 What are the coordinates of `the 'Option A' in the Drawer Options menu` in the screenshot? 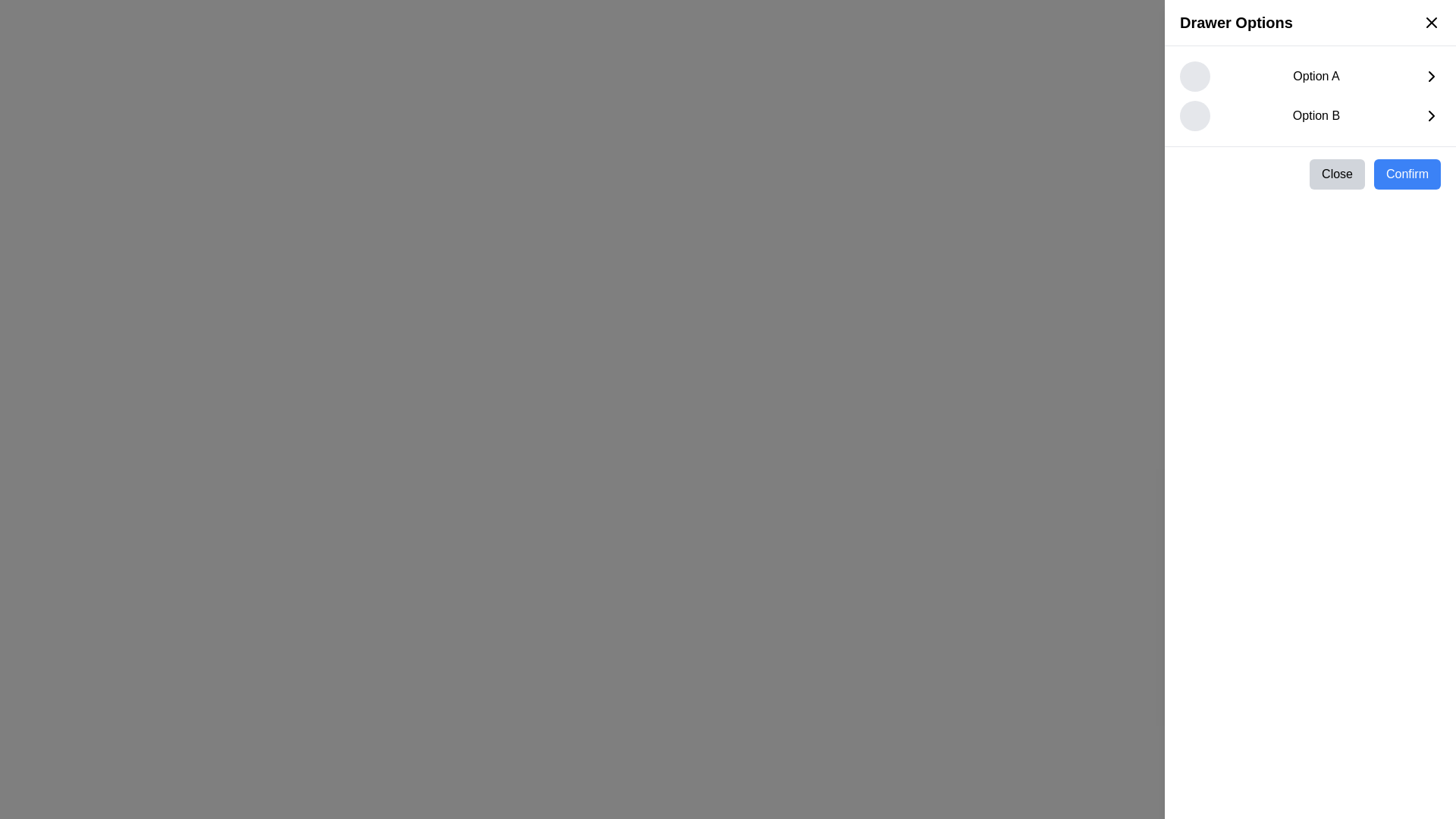 It's located at (1310, 96).